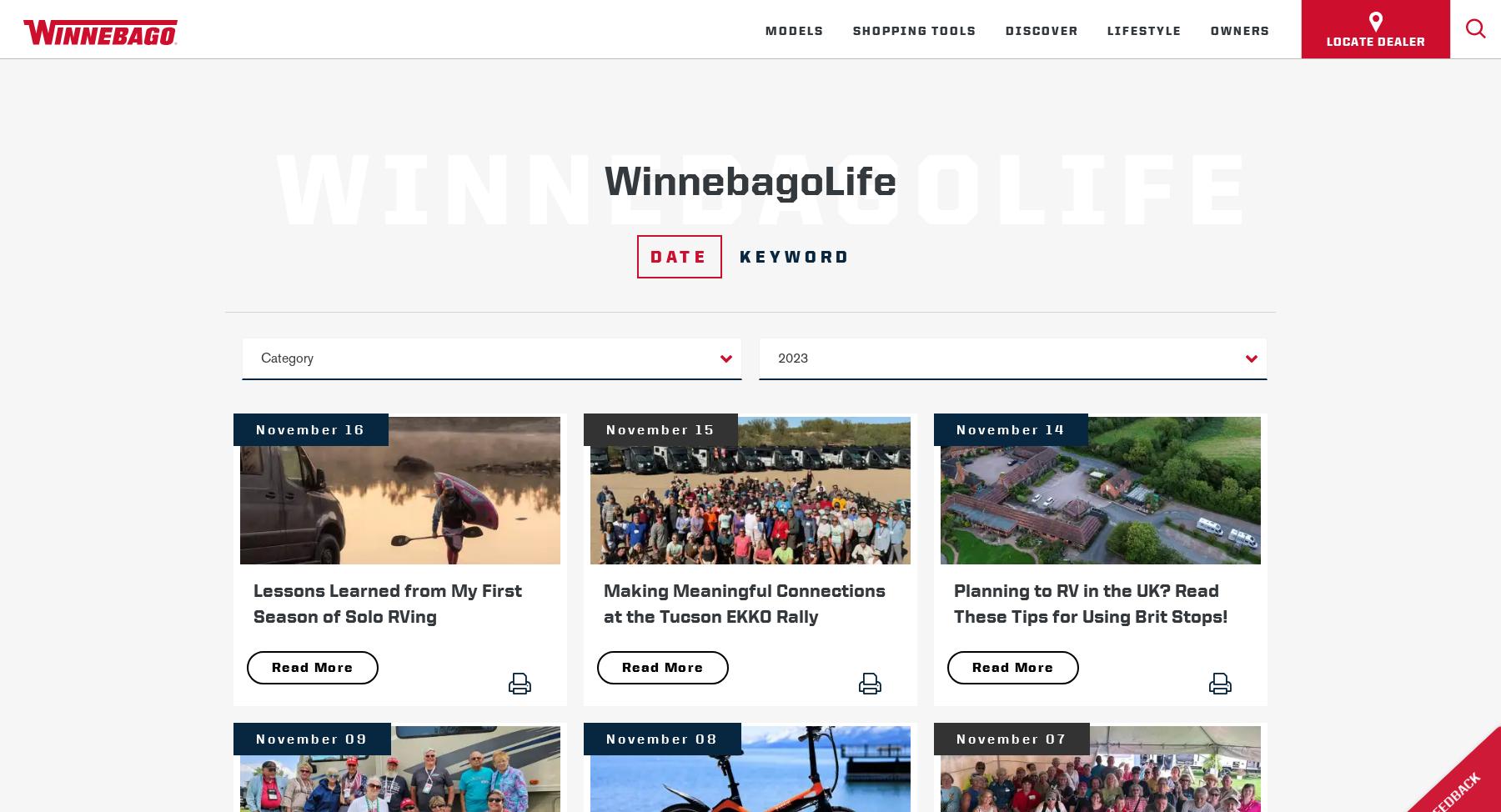 Image resolution: width=1501 pixels, height=812 pixels. Describe the element at coordinates (386, 603) in the screenshot. I see `'Lessons Learned from My First Season of Solo RVing'` at that location.